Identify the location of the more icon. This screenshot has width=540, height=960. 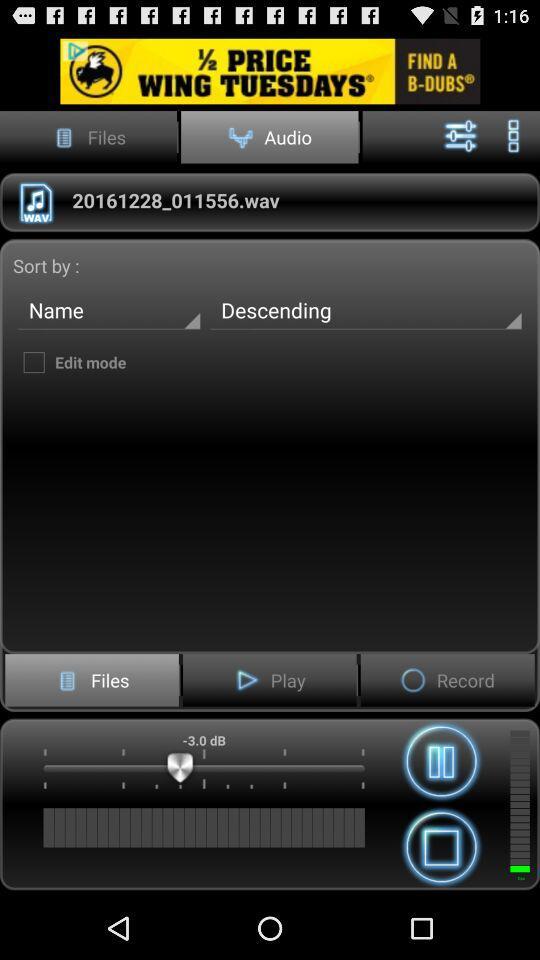
(513, 144).